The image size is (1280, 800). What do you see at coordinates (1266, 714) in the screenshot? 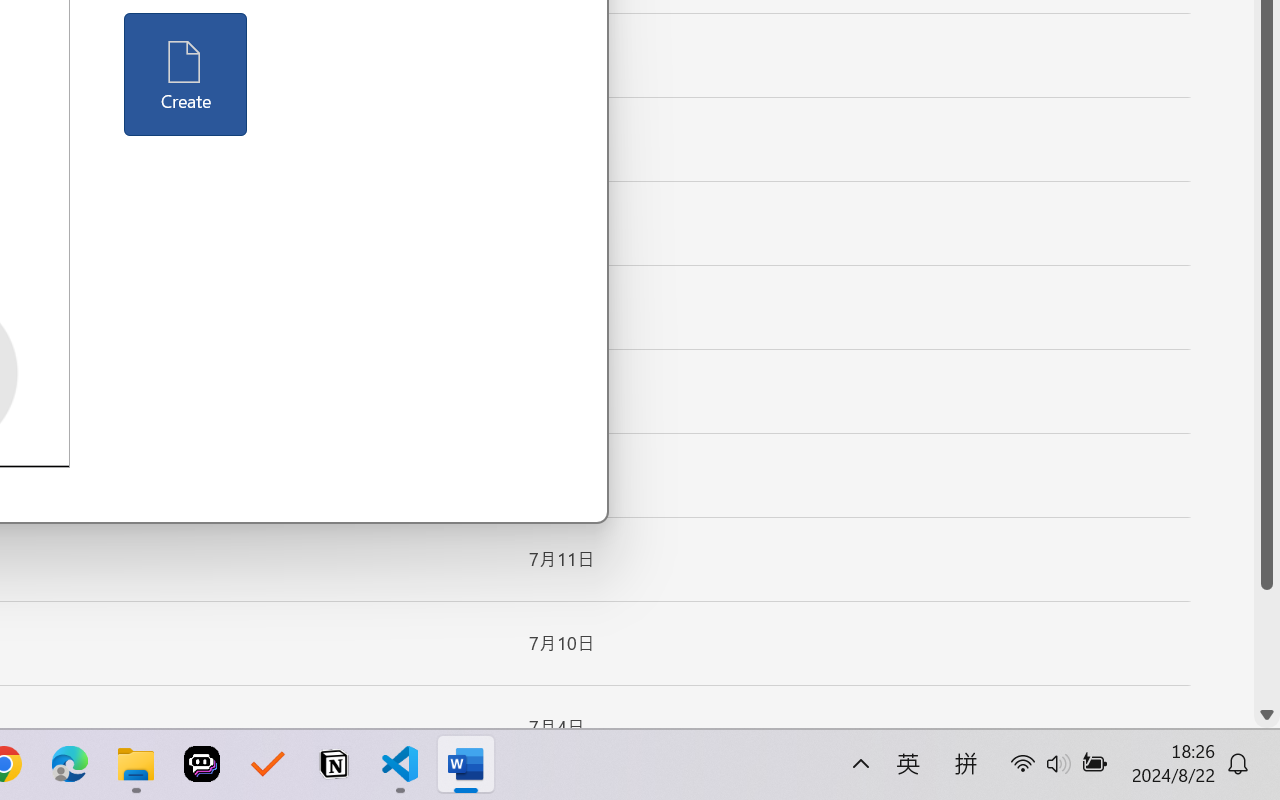
I see `'Line down'` at bounding box center [1266, 714].